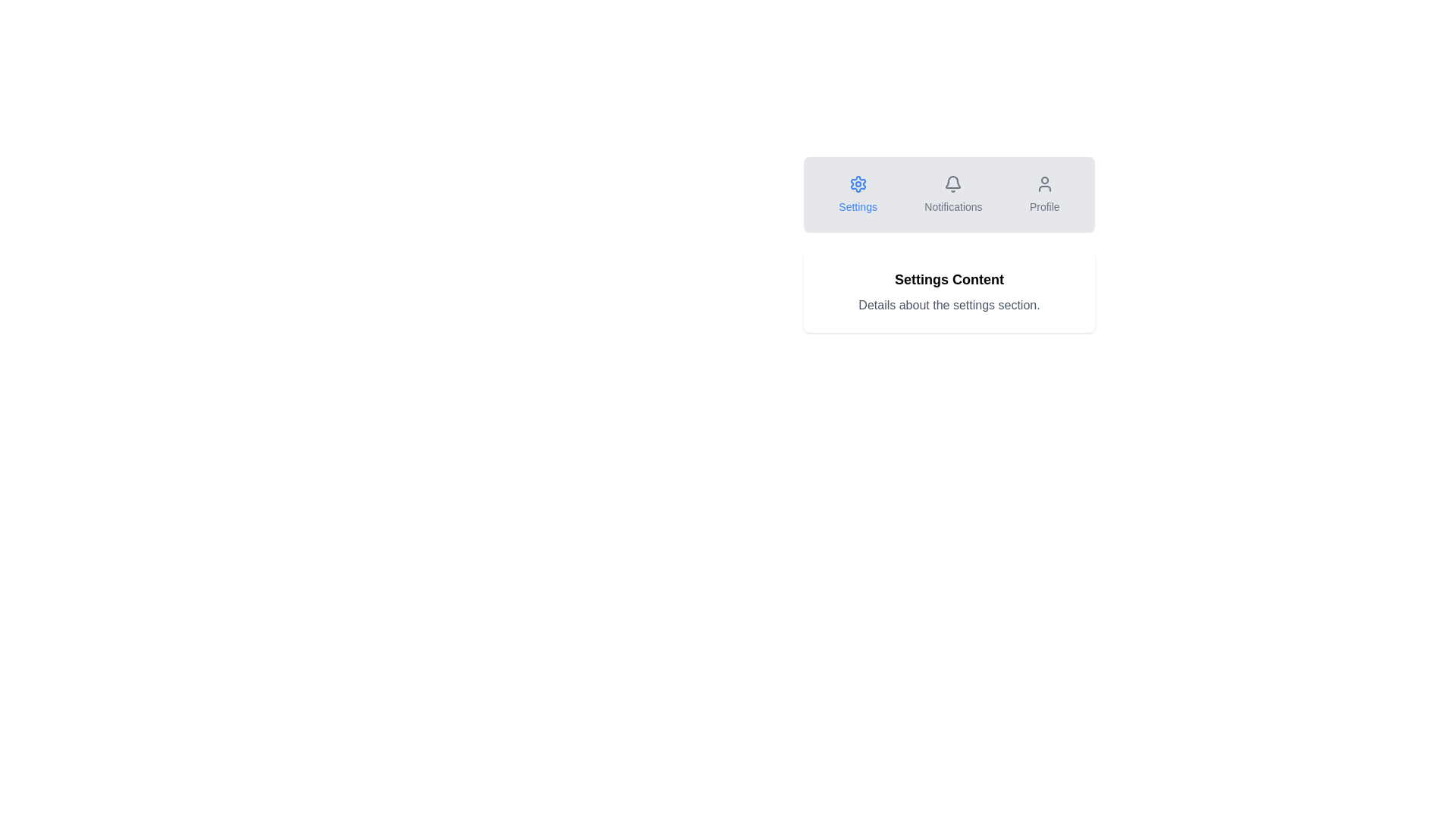 Image resolution: width=1456 pixels, height=819 pixels. Describe the element at coordinates (949, 292) in the screenshot. I see `the descriptive section detailing a specific part of the settings interface, located below the navigation bar` at that location.